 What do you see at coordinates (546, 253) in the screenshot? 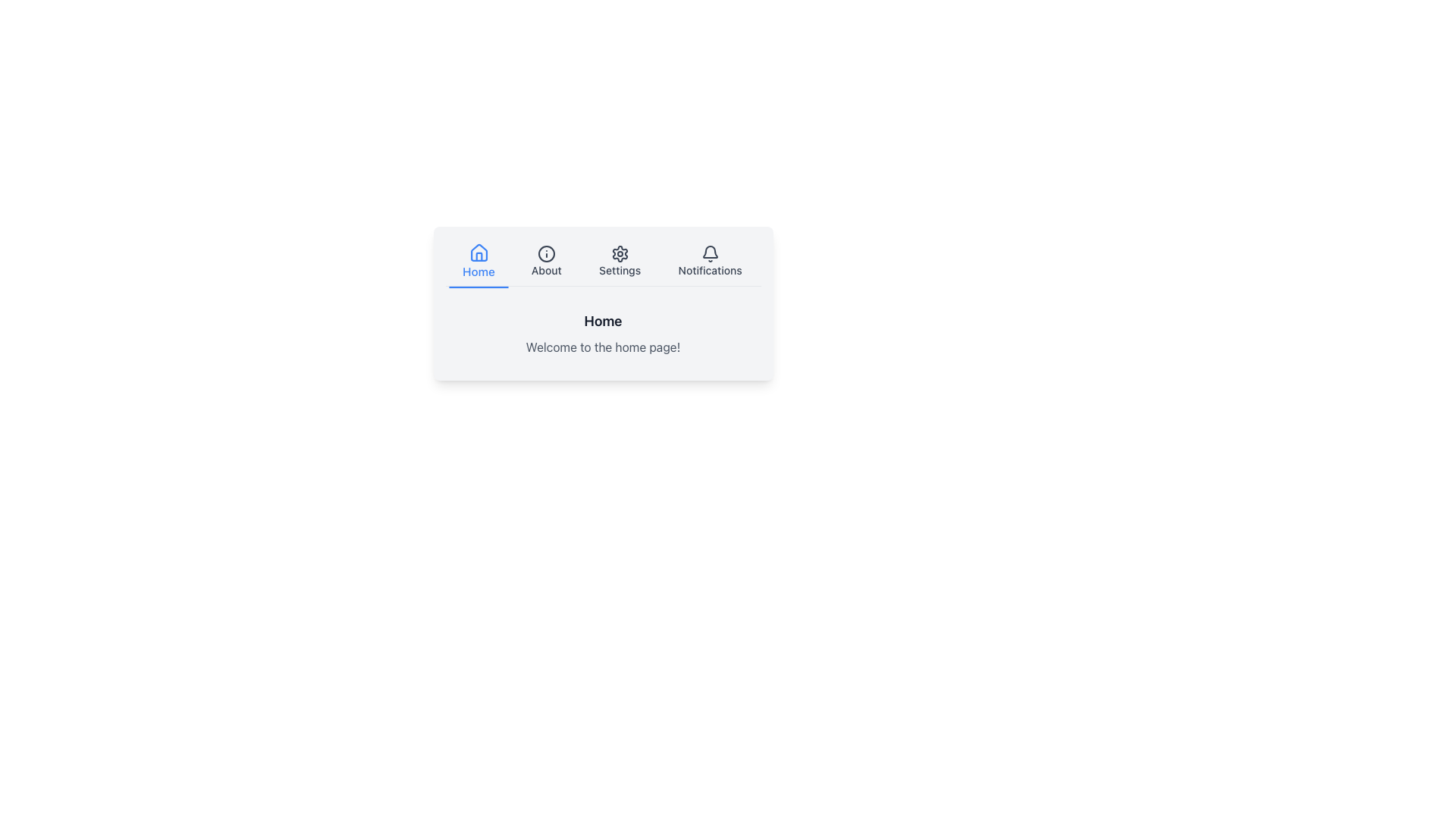
I see `the circular 'info' icon with an exclamation mark located above the 'About' text in the navigation bar` at bounding box center [546, 253].